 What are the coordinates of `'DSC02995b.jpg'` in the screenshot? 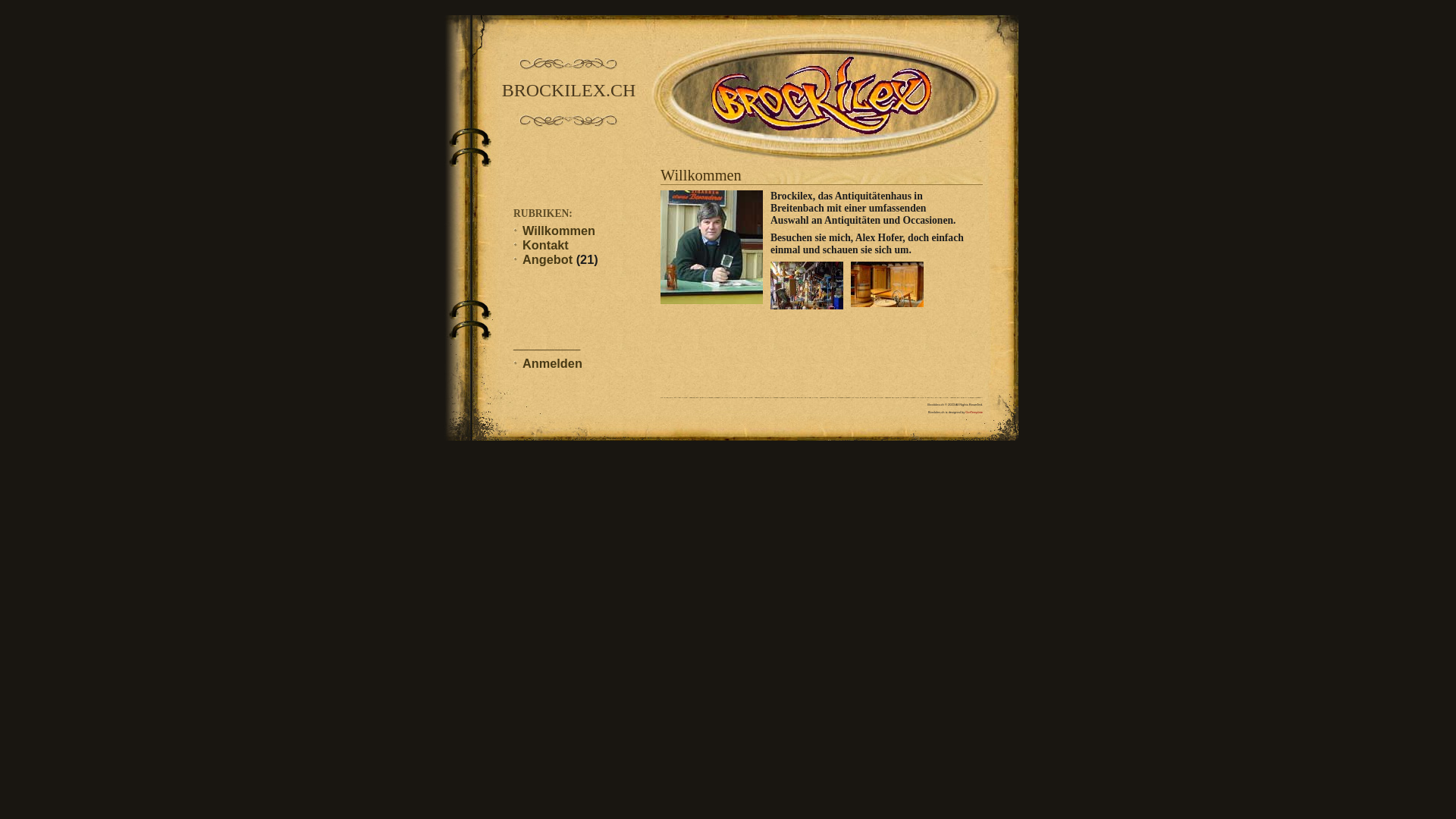 It's located at (711, 246).